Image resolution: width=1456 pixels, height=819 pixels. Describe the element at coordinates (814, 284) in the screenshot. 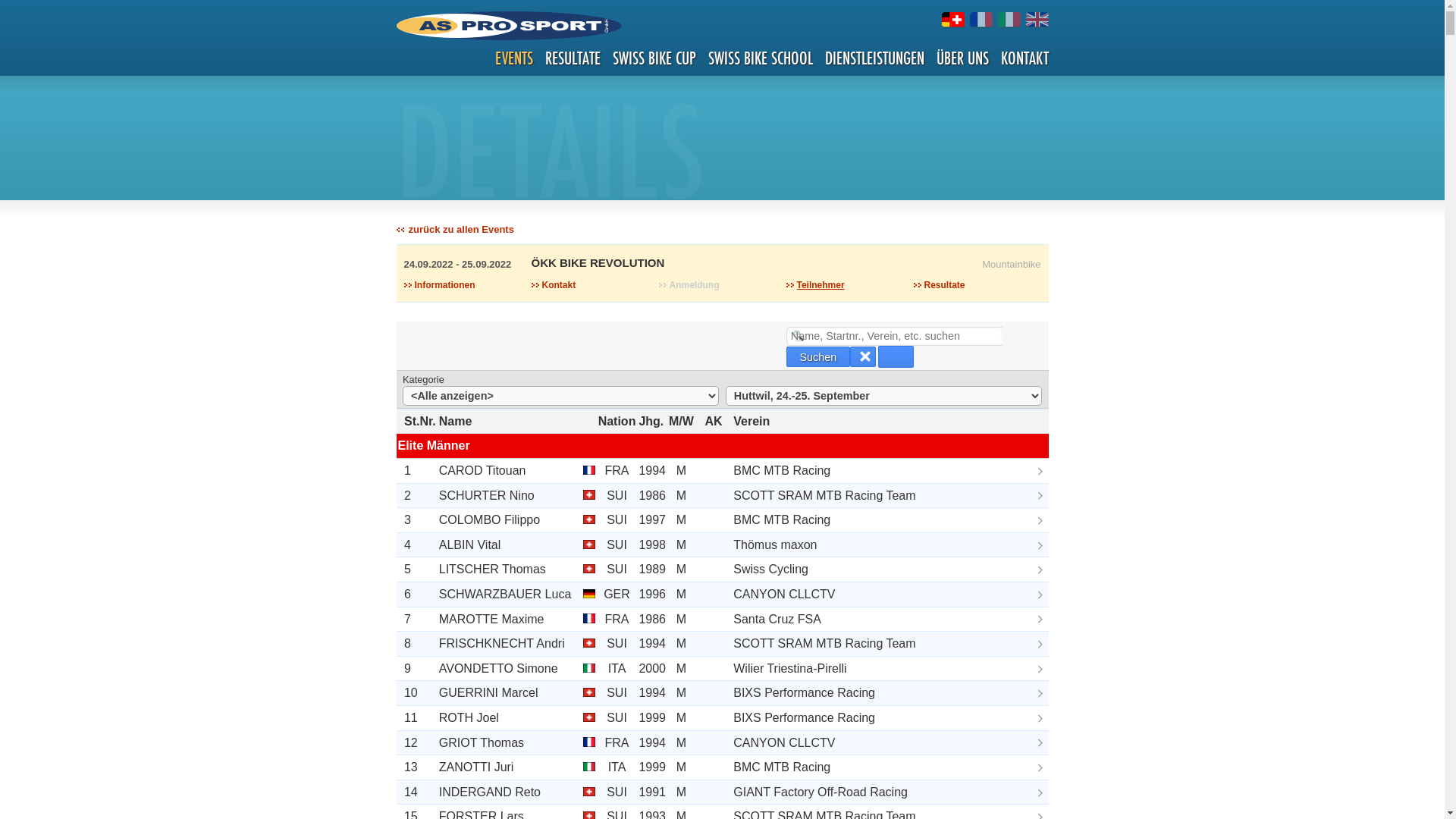

I see `'Teilnehmer'` at that location.